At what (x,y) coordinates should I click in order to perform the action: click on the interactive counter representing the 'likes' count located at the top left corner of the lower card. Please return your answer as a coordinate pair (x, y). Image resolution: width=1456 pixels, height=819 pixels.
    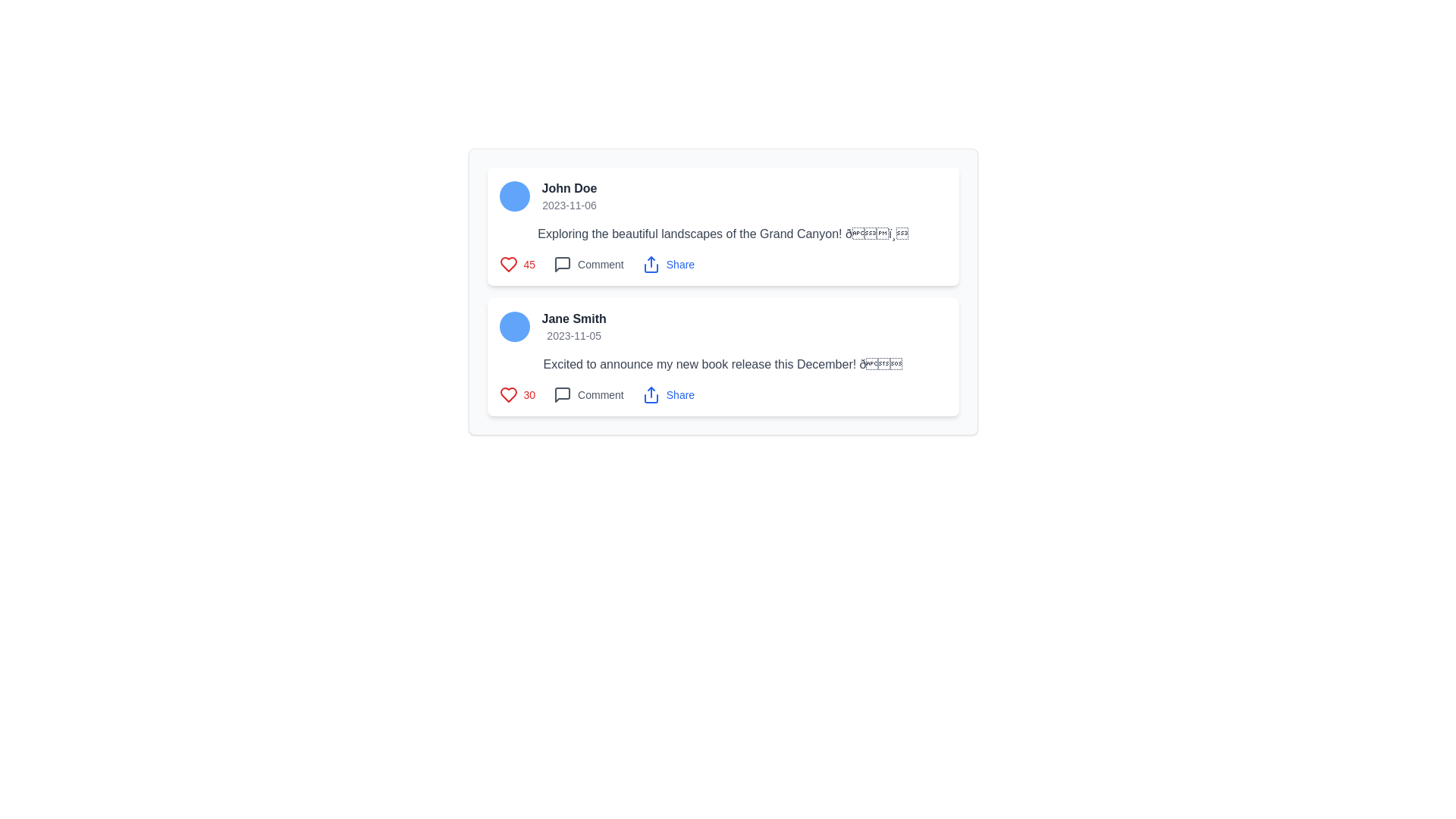
    Looking at the image, I should click on (517, 394).